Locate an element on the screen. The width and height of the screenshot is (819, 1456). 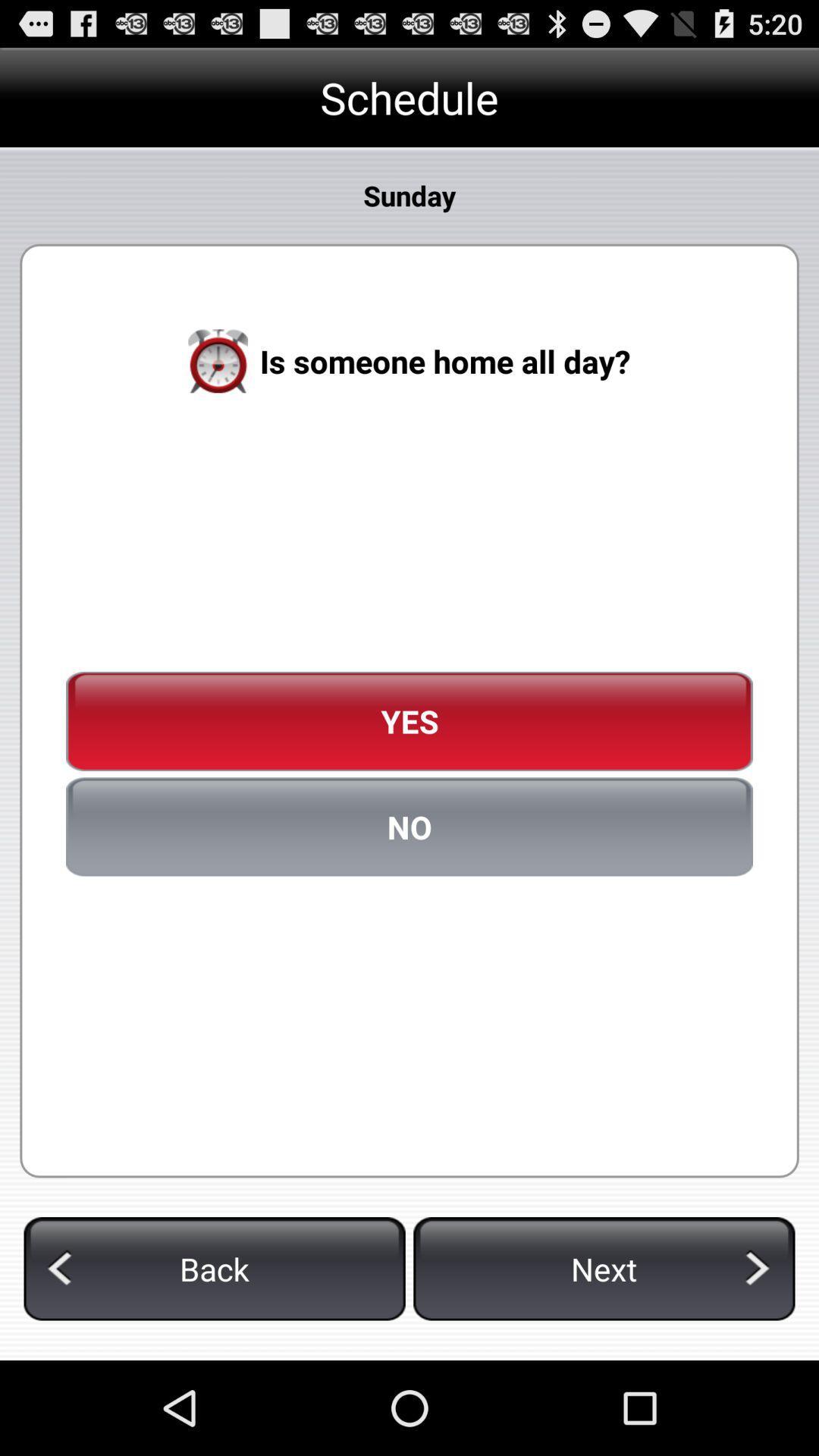
the item next to the next icon is located at coordinates (215, 1269).